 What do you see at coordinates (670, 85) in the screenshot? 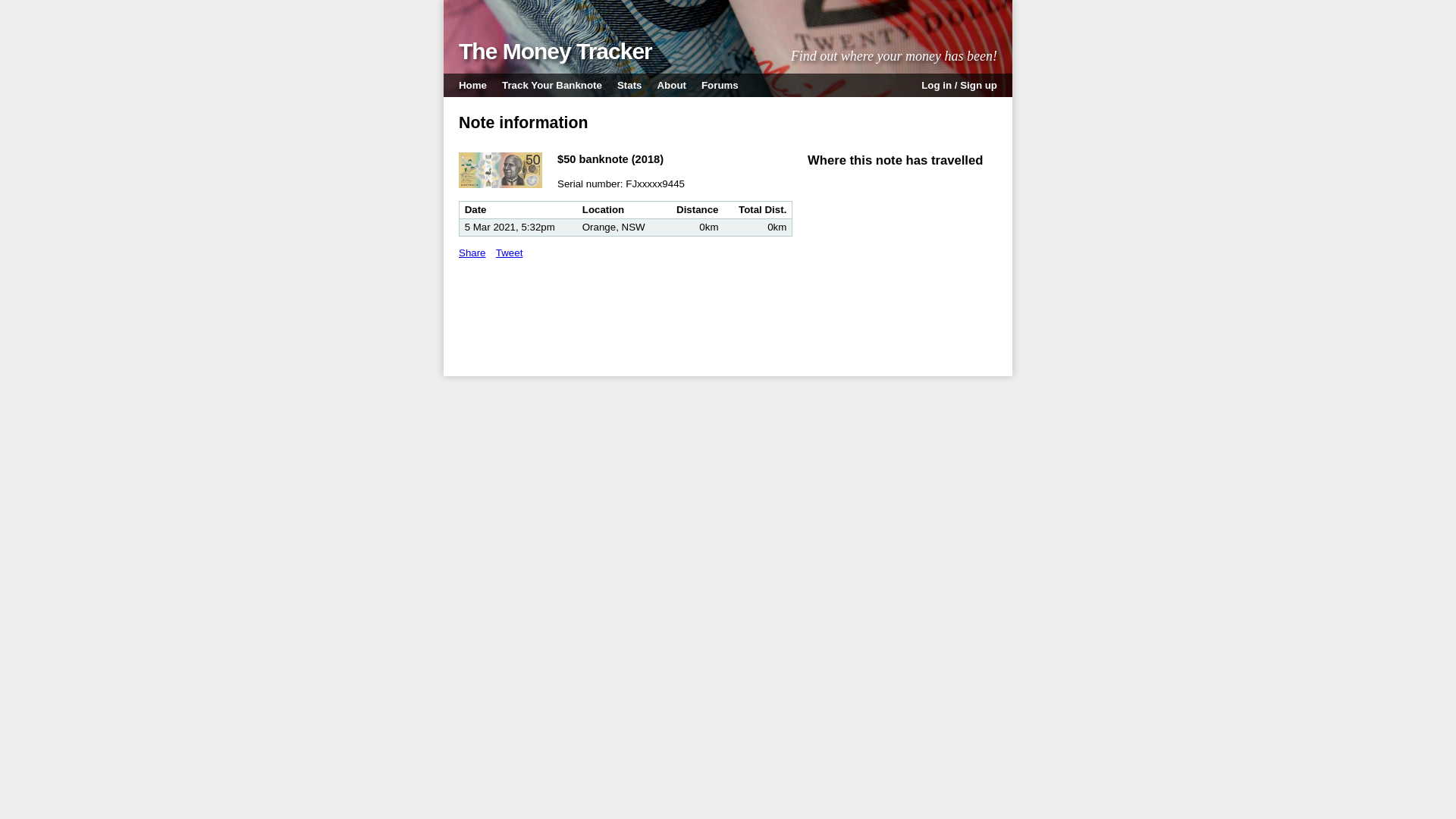
I see `'About'` at bounding box center [670, 85].